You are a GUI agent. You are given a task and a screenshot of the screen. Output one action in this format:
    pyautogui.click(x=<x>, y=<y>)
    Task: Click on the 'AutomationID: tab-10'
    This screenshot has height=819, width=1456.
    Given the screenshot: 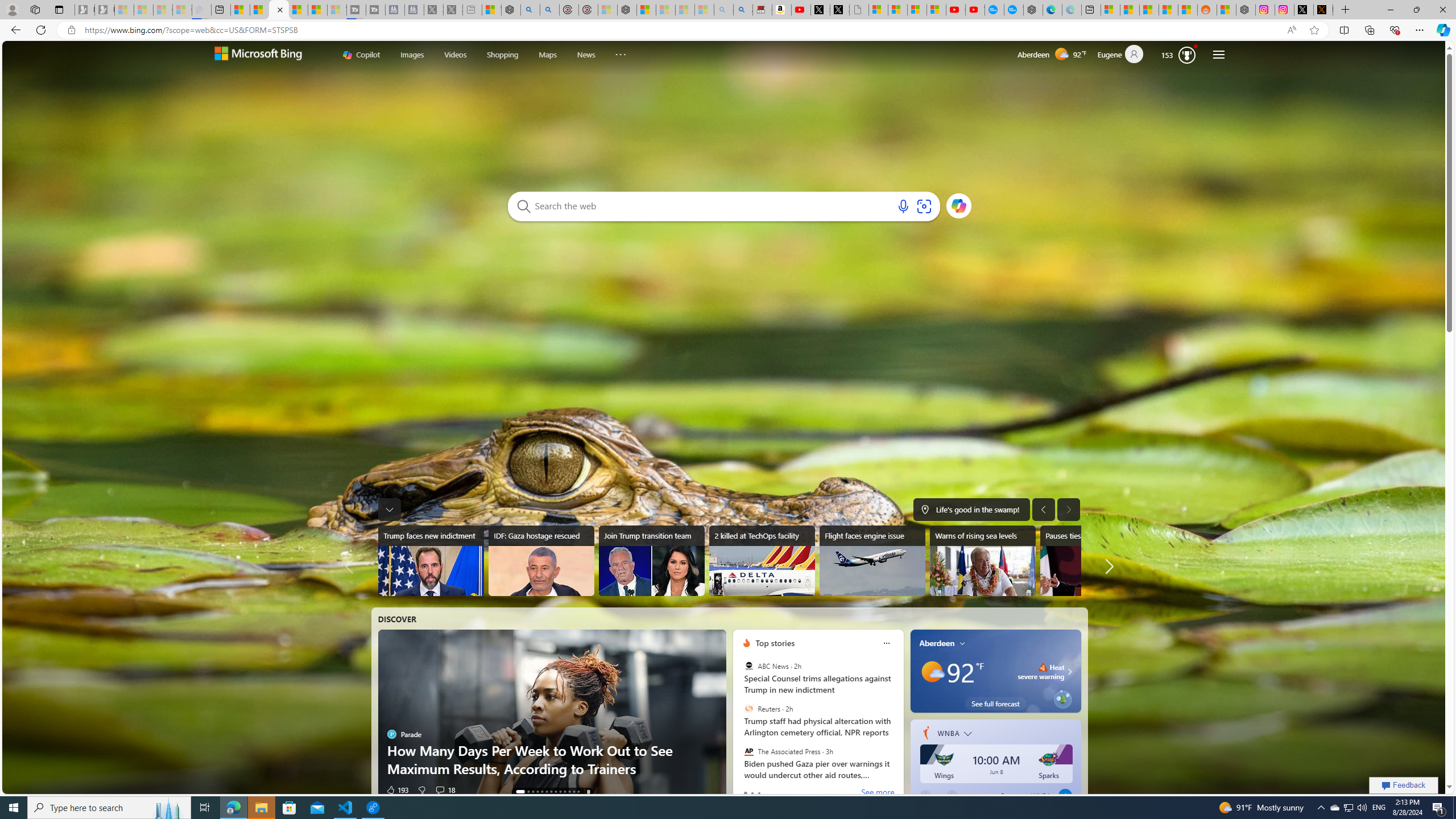 What is the action you would take?
    pyautogui.click(x=568, y=791)
    